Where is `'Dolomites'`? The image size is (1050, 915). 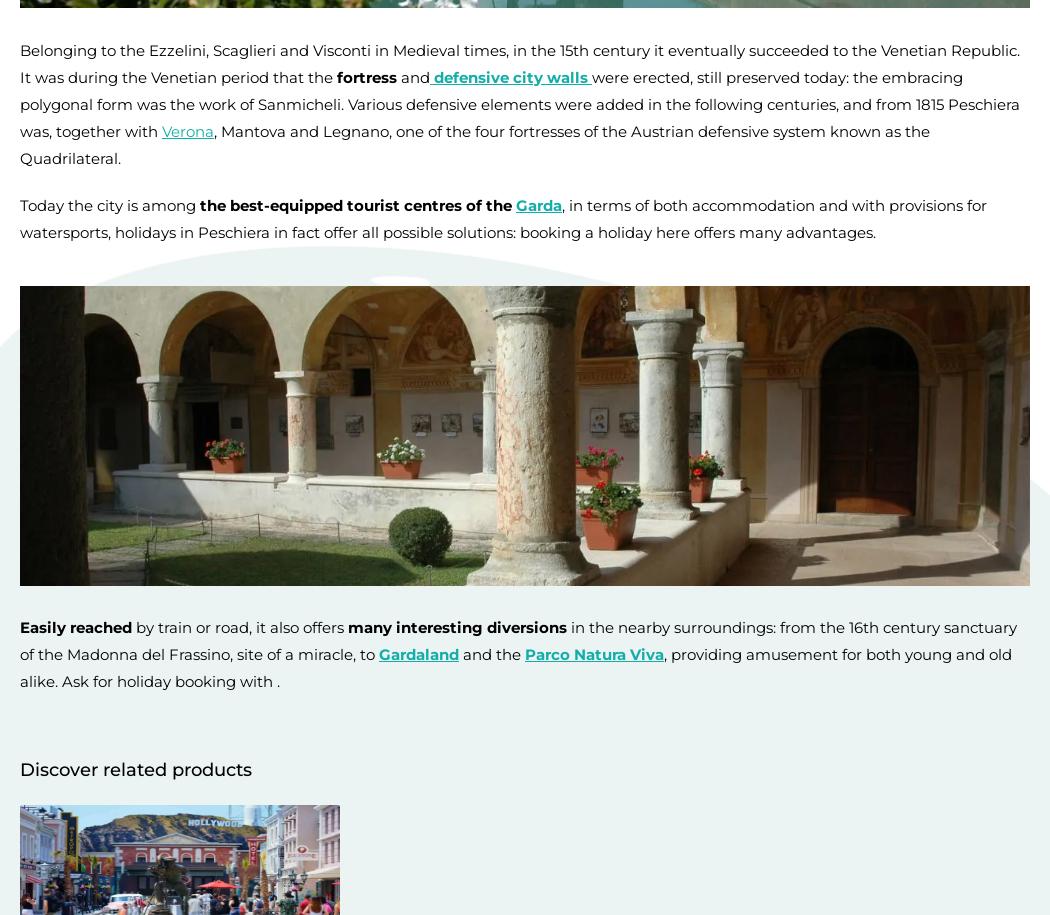
'Dolomites' is located at coordinates (56, 484).